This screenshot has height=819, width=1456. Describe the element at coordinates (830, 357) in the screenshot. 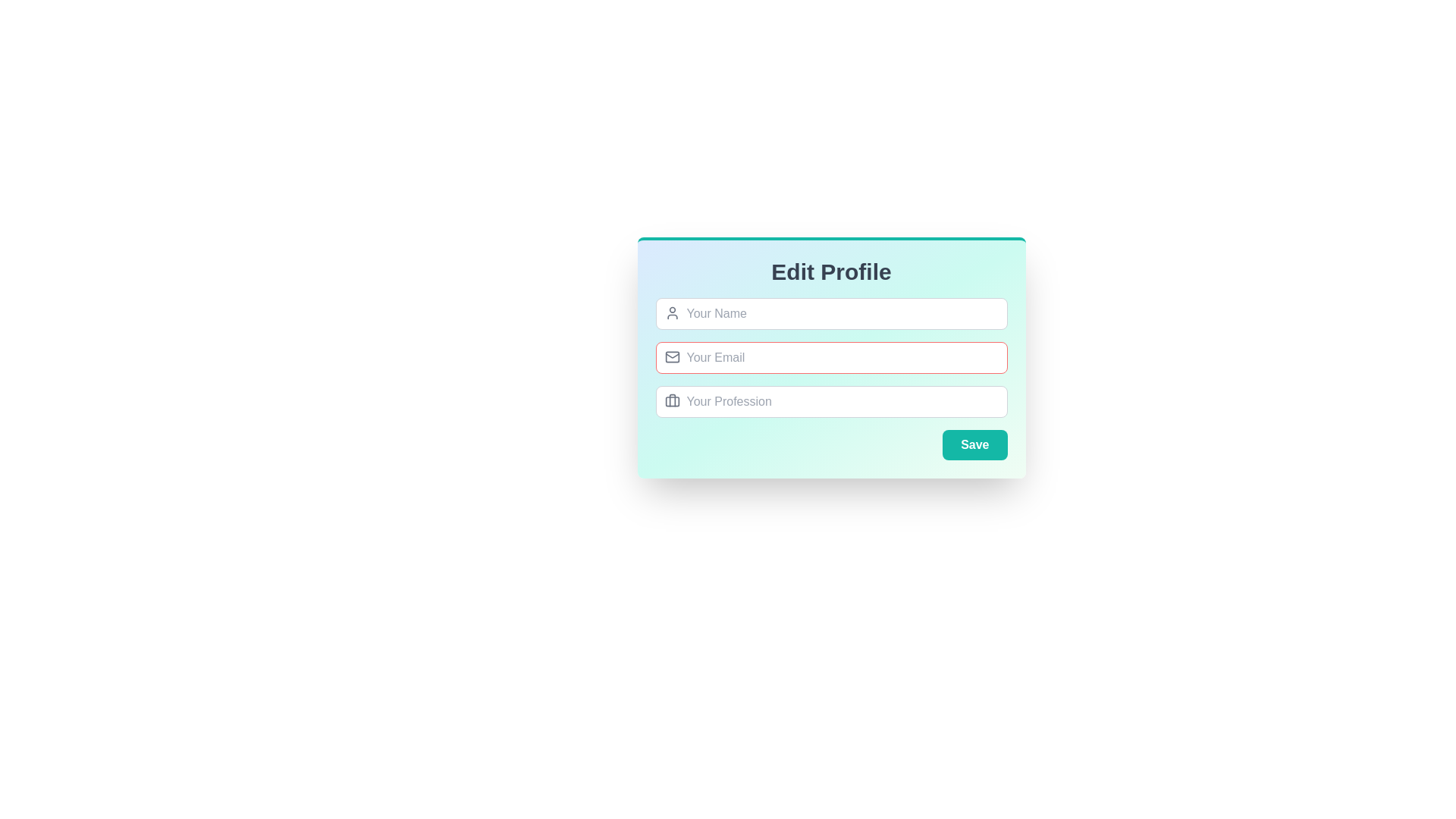

I see `the profile editing form` at that location.